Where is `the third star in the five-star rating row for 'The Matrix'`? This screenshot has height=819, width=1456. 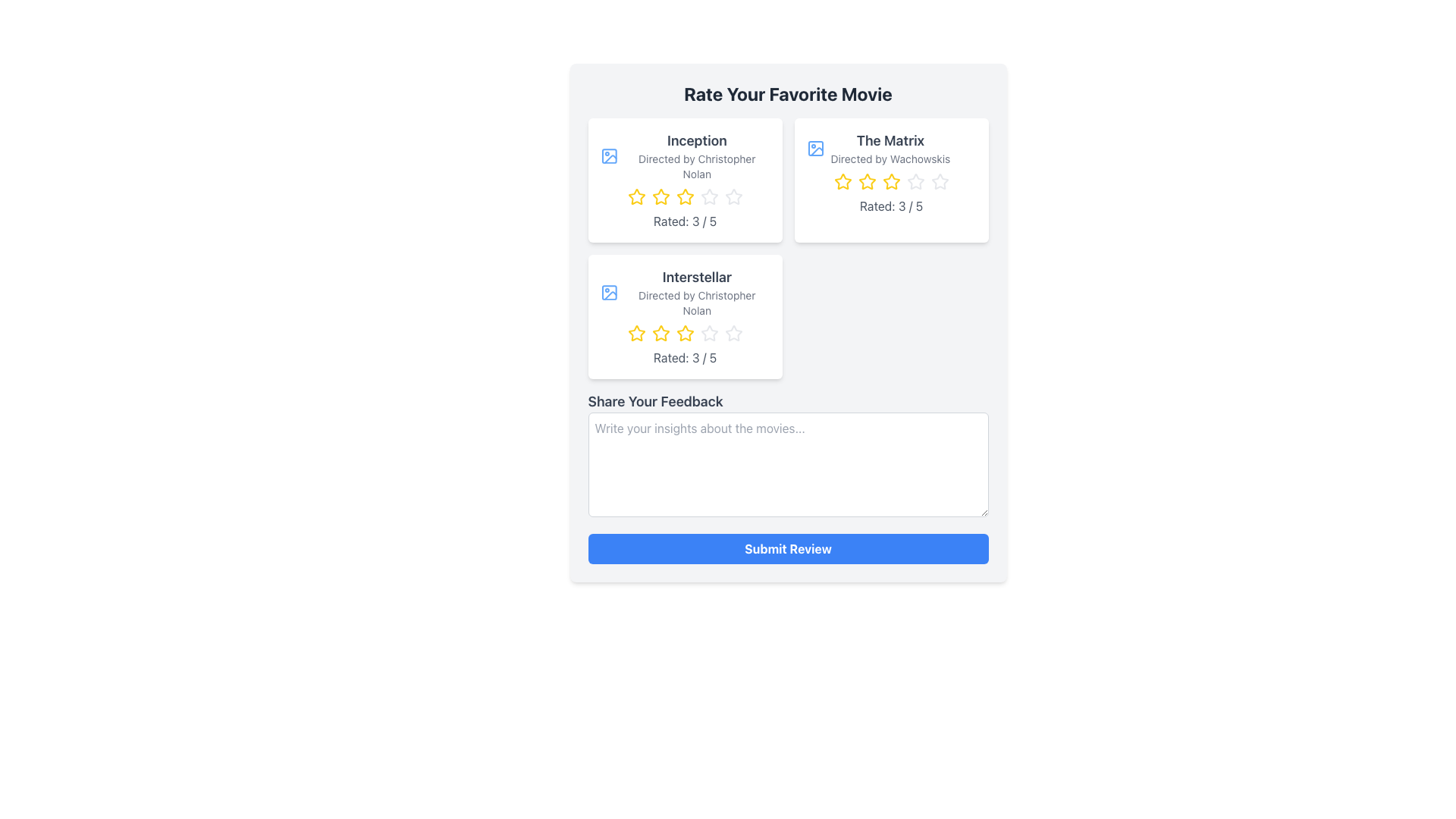
the third star in the five-star rating row for 'The Matrix' is located at coordinates (891, 180).